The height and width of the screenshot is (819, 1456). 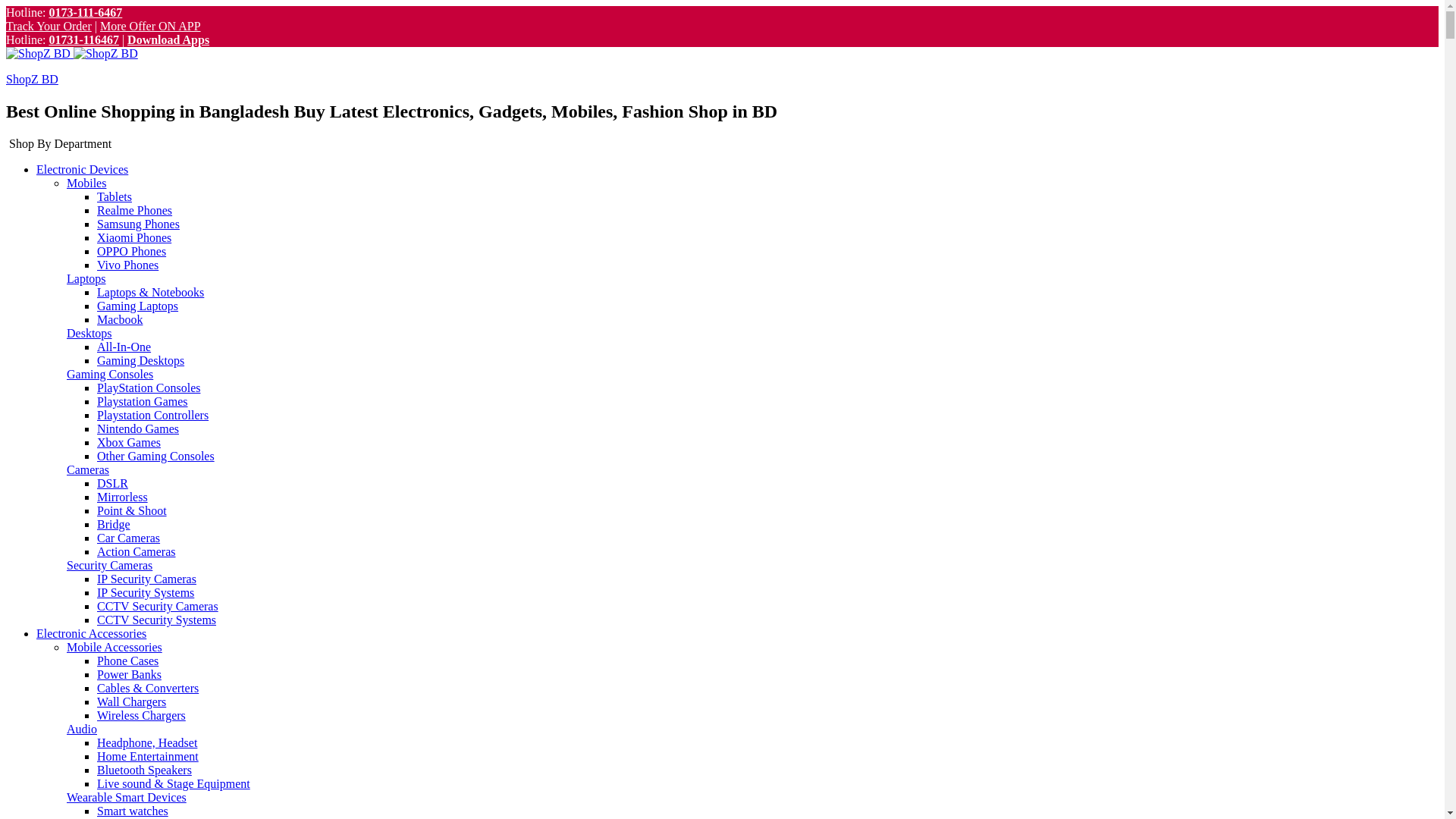 I want to click on 'Track Your Order', so click(x=49, y=26).